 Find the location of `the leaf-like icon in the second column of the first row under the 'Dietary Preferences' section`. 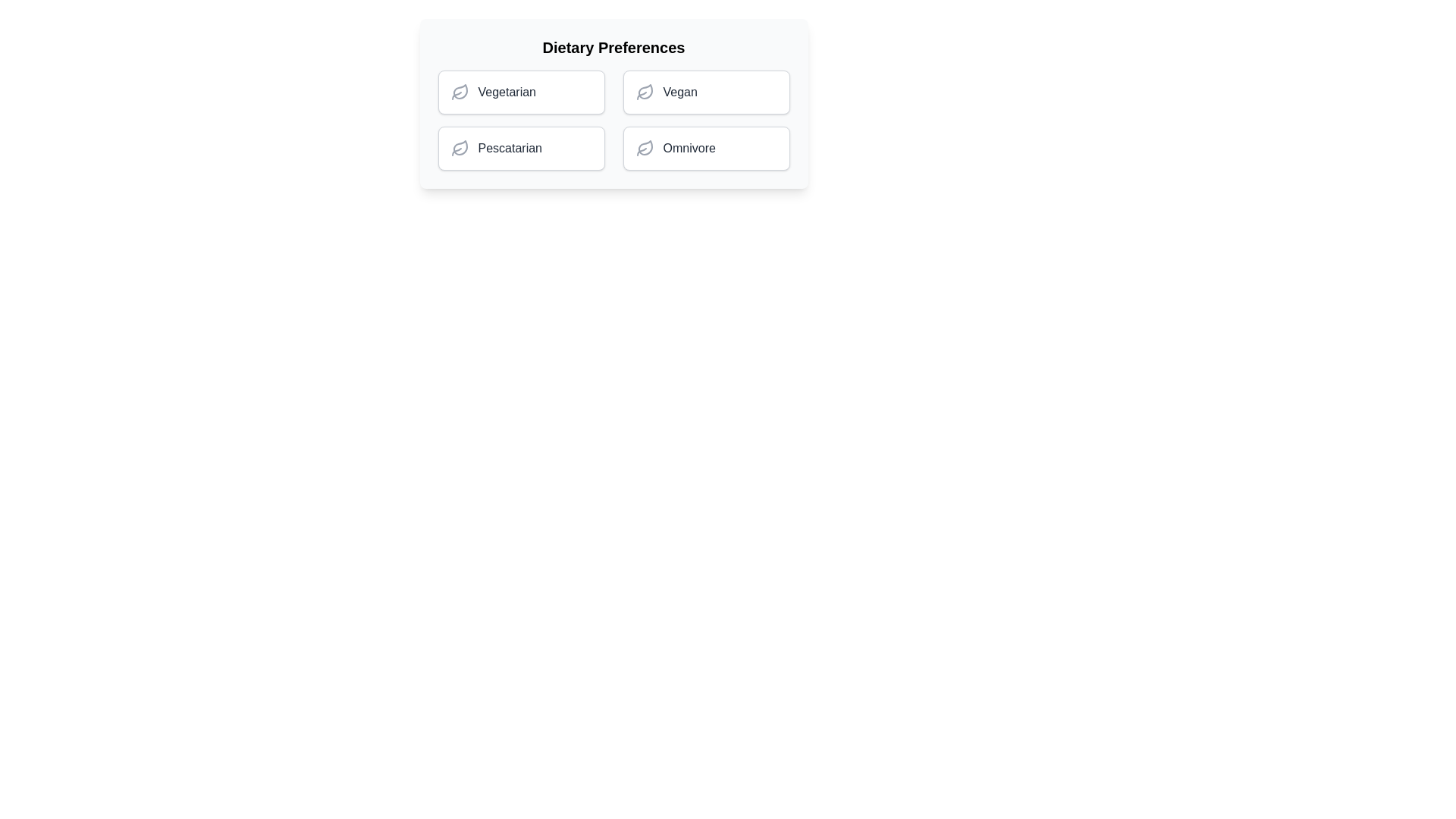

the leaf-like icon in the second column of the first row under the 'Dietary Preferences' section is located at coordinates (459, 148).